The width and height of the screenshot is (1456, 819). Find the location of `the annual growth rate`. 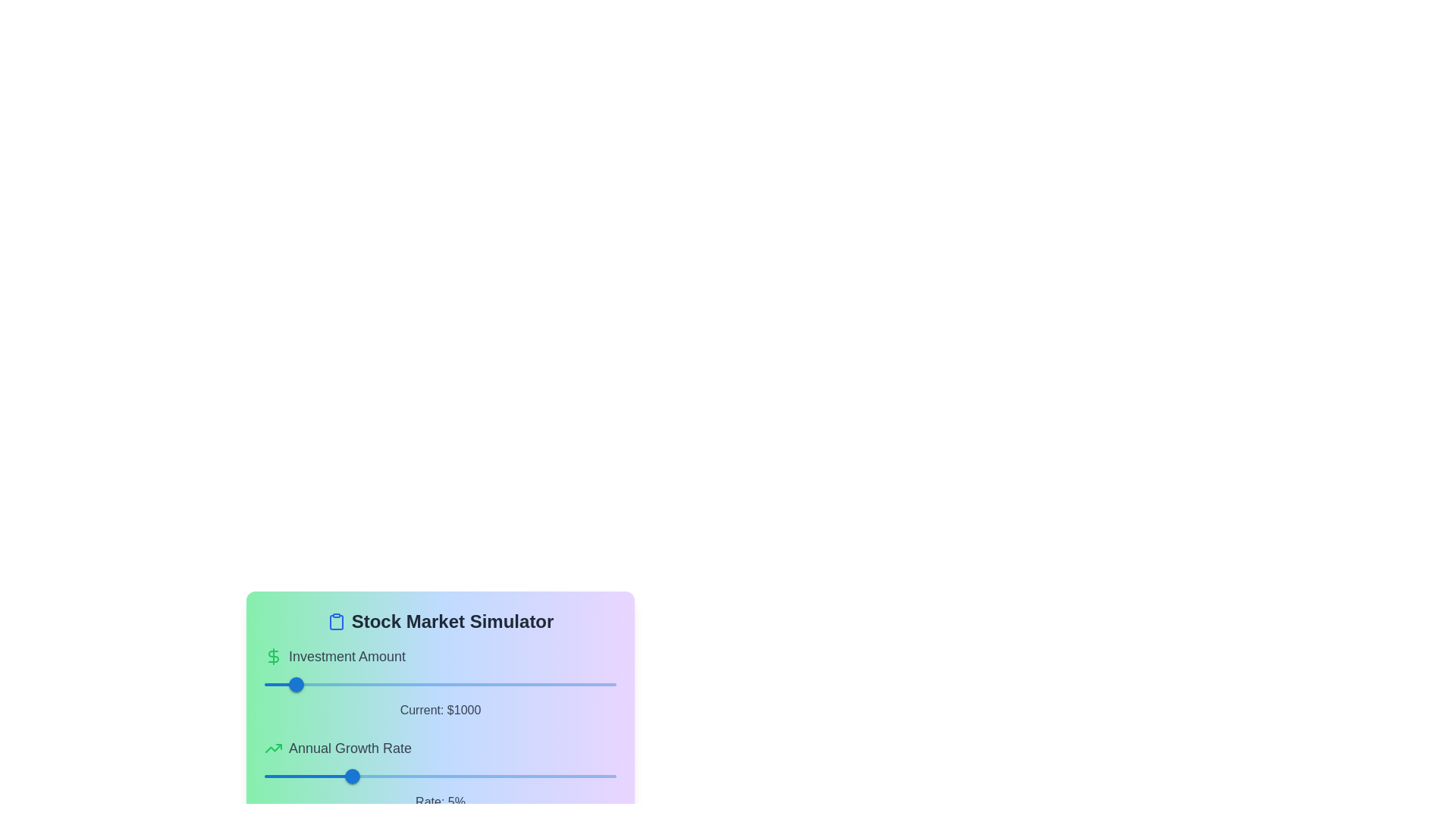

the annual growth rate is located at coordinates (542, 776).